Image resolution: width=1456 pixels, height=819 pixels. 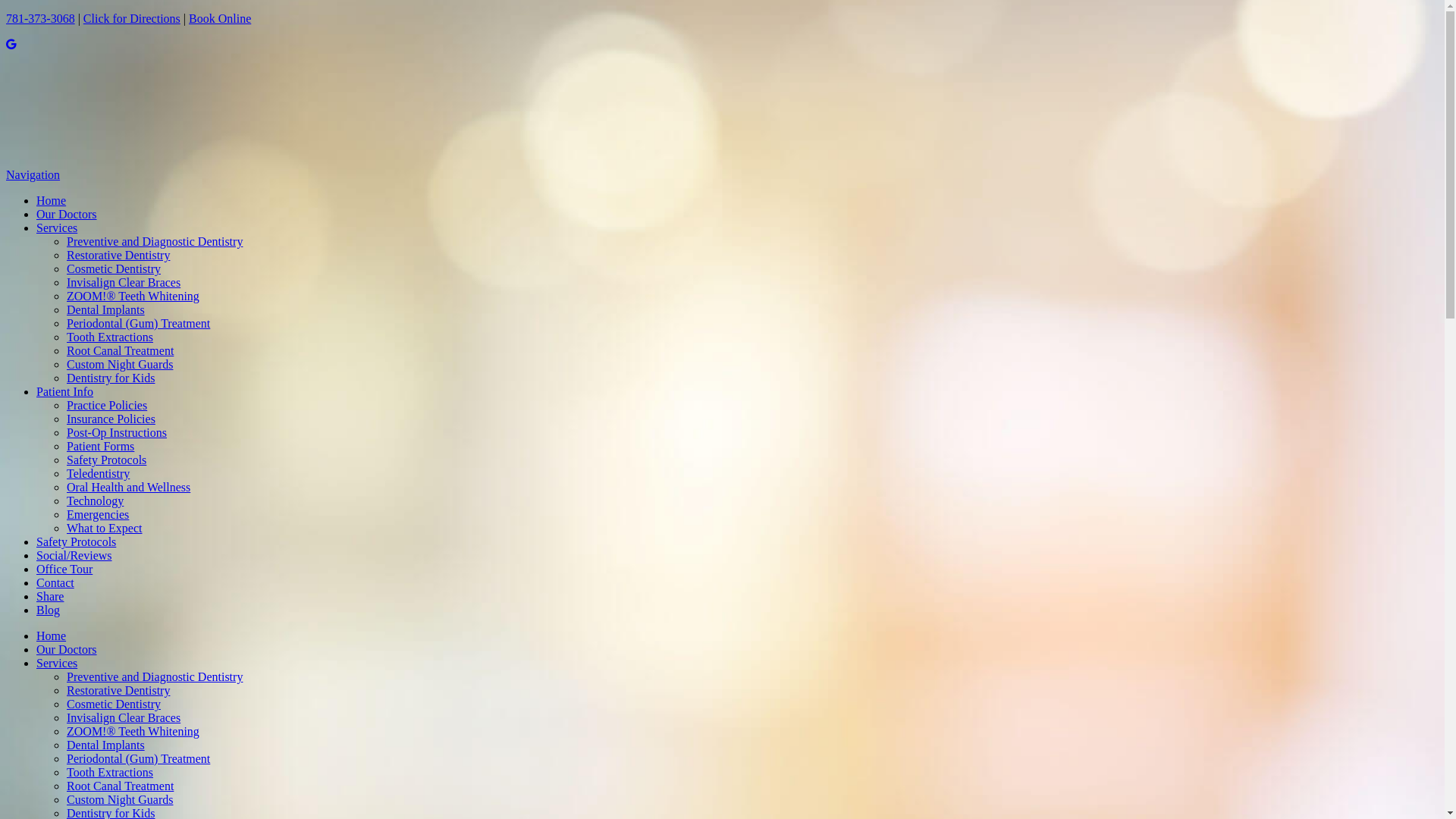 What do you see at coordinates (110, 419) in the screenshot?
I see `'Insurance Policies'` at bounding box center [110, 419].